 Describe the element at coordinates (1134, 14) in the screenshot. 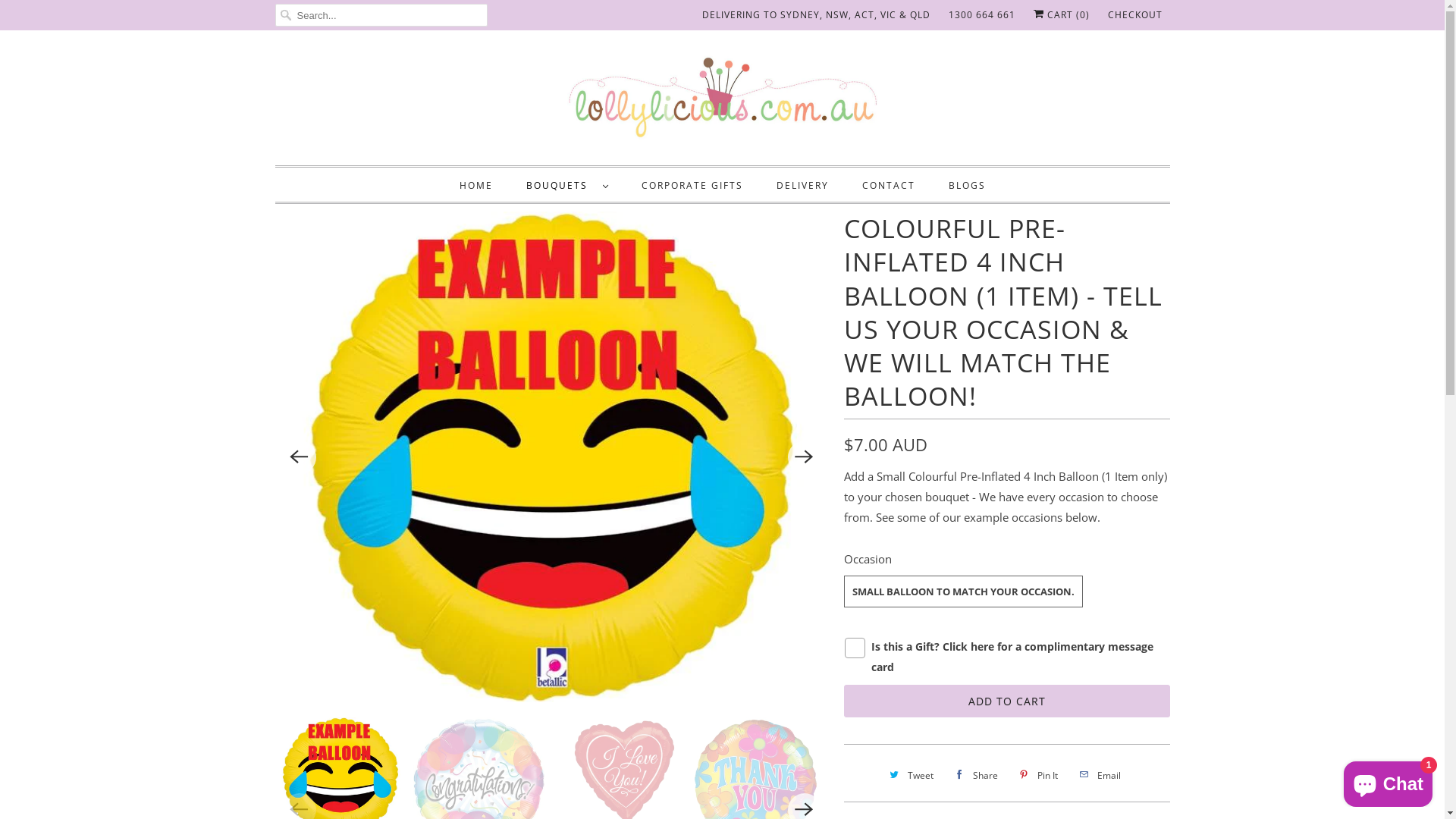

I see `'CHECKOUT'` at that location.